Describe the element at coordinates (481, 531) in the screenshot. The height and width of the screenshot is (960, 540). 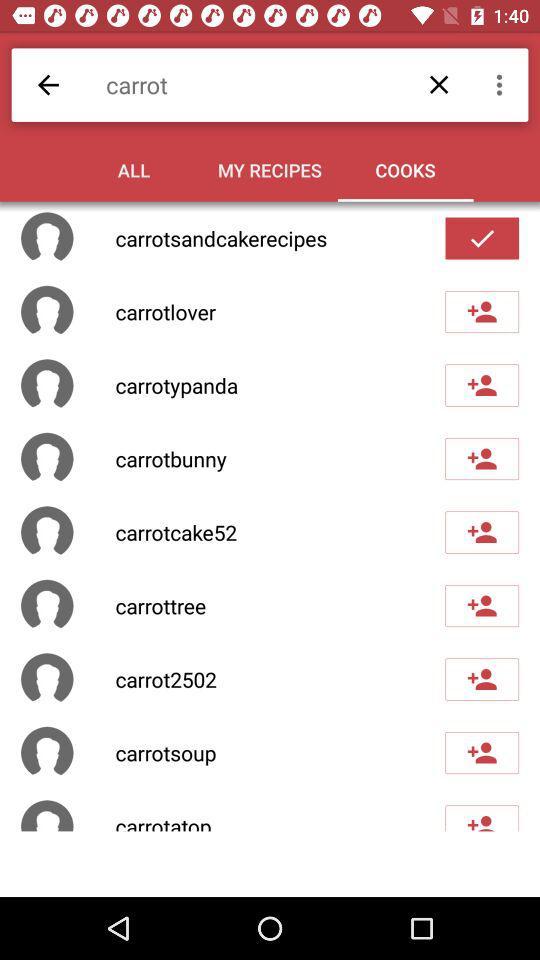
I see `follow user` at that location.